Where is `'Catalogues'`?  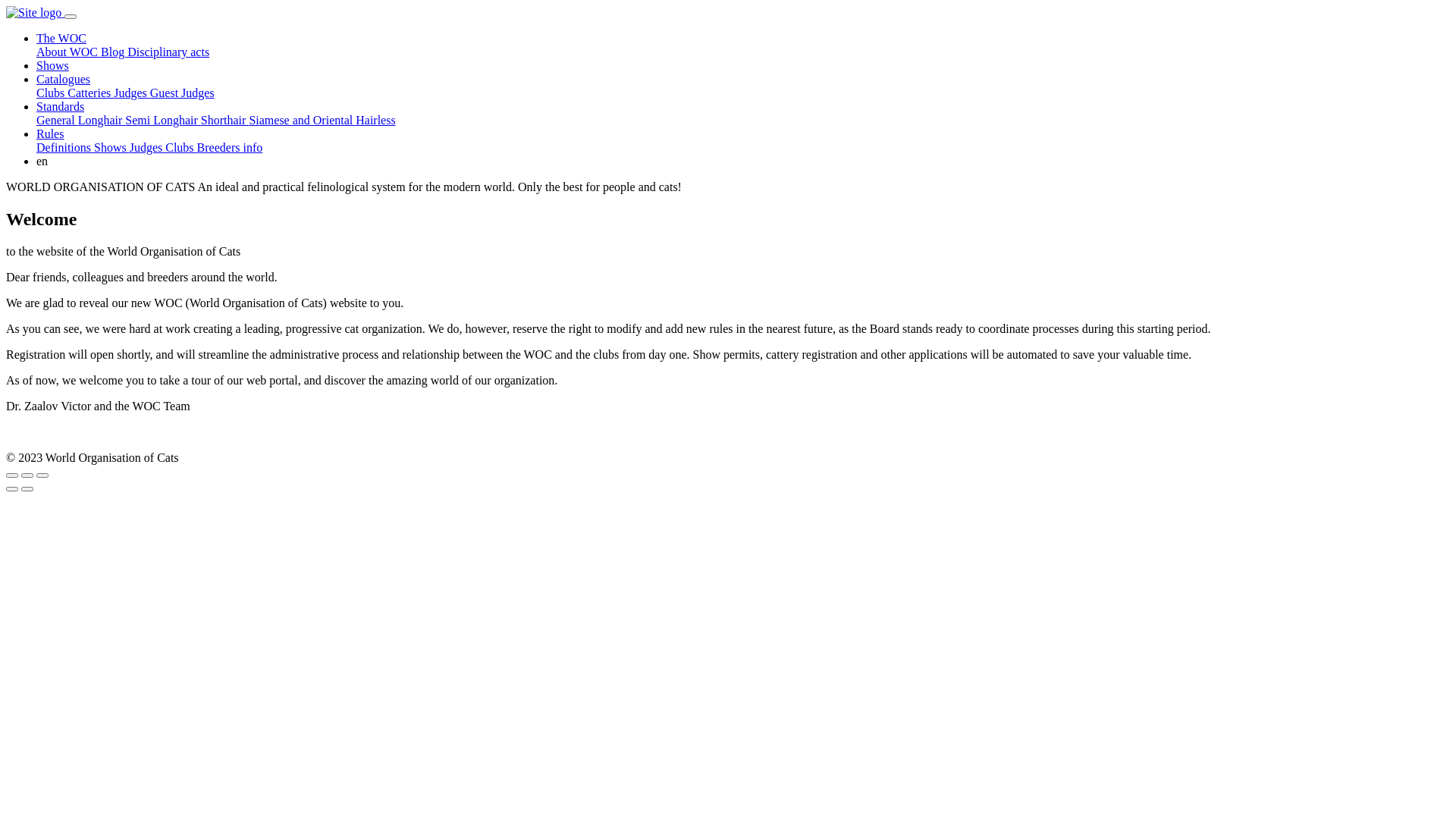
'Catalogues' is located at coordinates (36, 79).